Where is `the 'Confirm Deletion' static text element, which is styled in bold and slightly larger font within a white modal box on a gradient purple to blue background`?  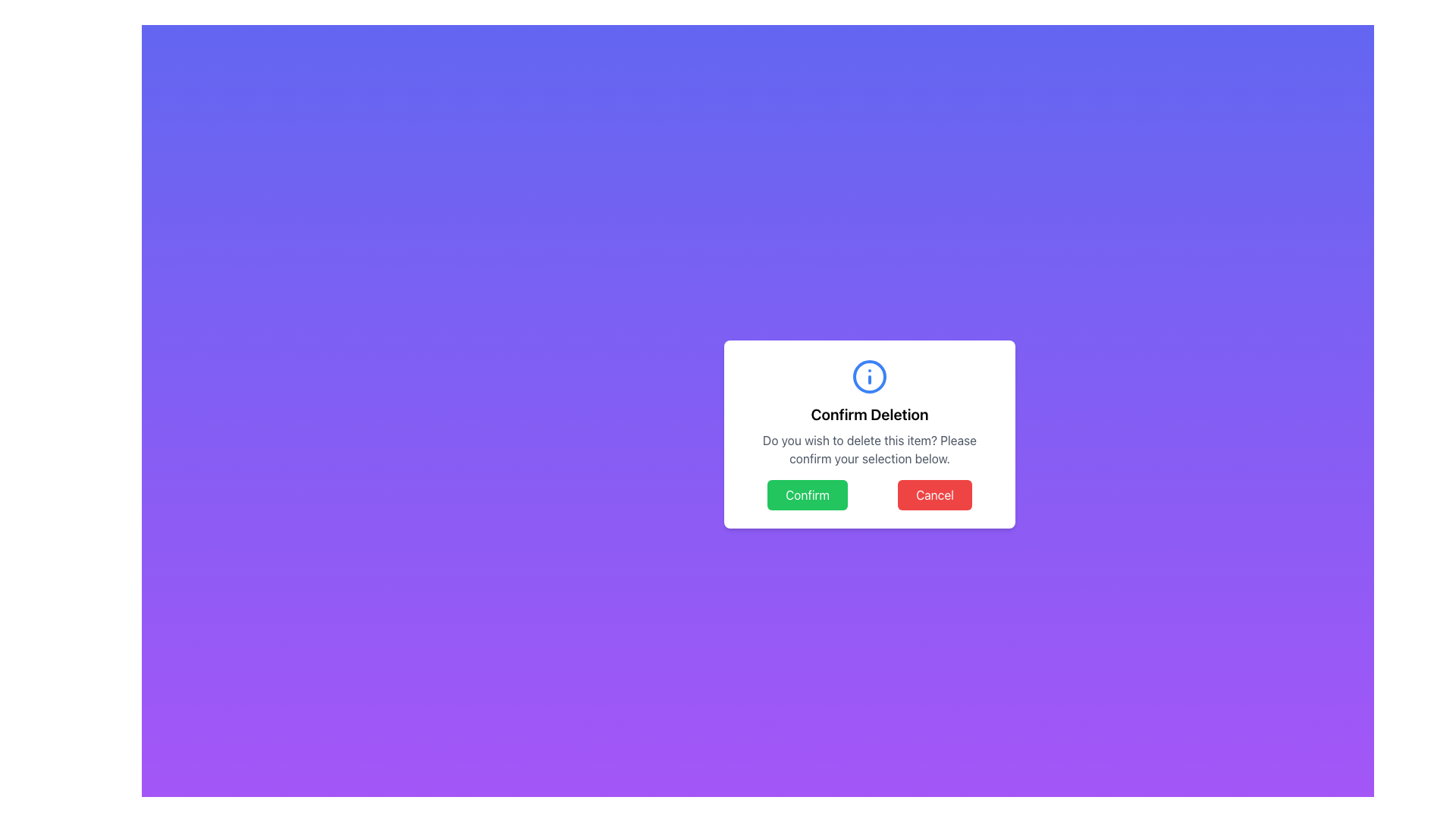 the 'Confirm Deletion' static text element, which is styled in bold and slightly larger font within a white modal box on a gradient purple to blue background is located at coordinates (870, 415).